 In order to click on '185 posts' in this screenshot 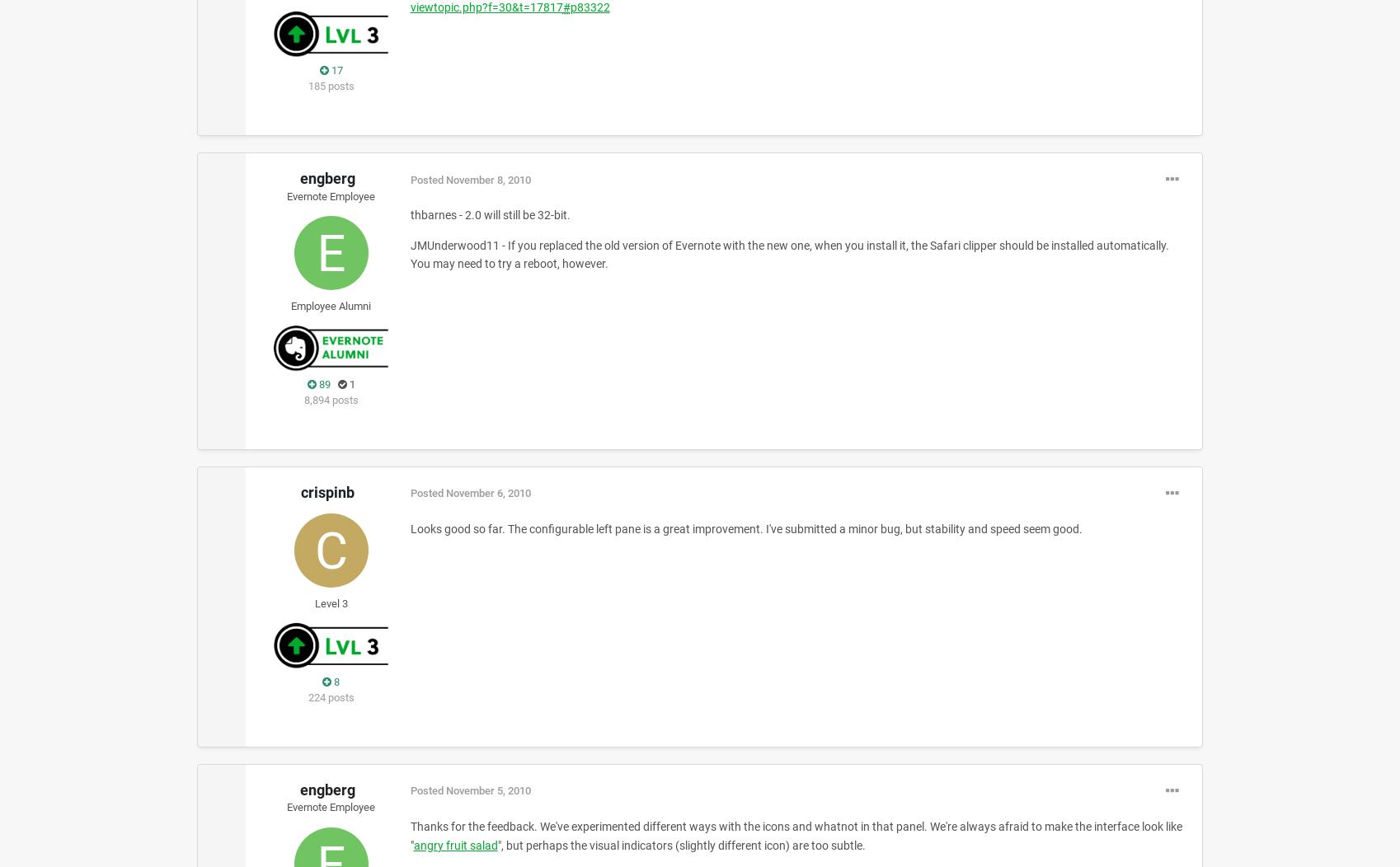, I will do `click(331, 86)`.